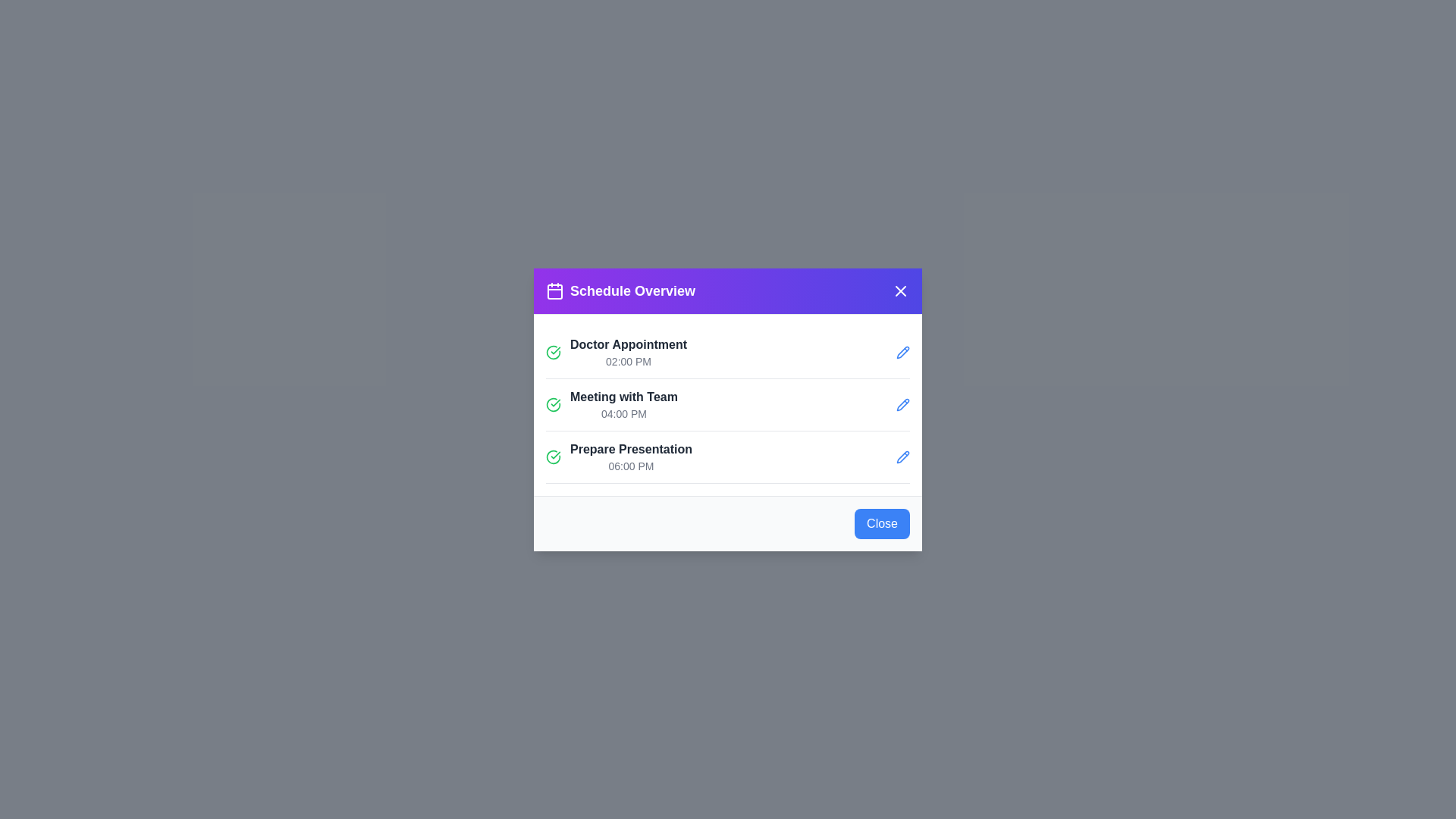 The width and height of the screenshot is (1456, 819). Describe the element at coordinates (554, 290) in the screenshot. I see `the calendar icon located on the left side of the header section labeled 'Schedule Overview', which symbolizes scheduling or organizing tasks` at that location.